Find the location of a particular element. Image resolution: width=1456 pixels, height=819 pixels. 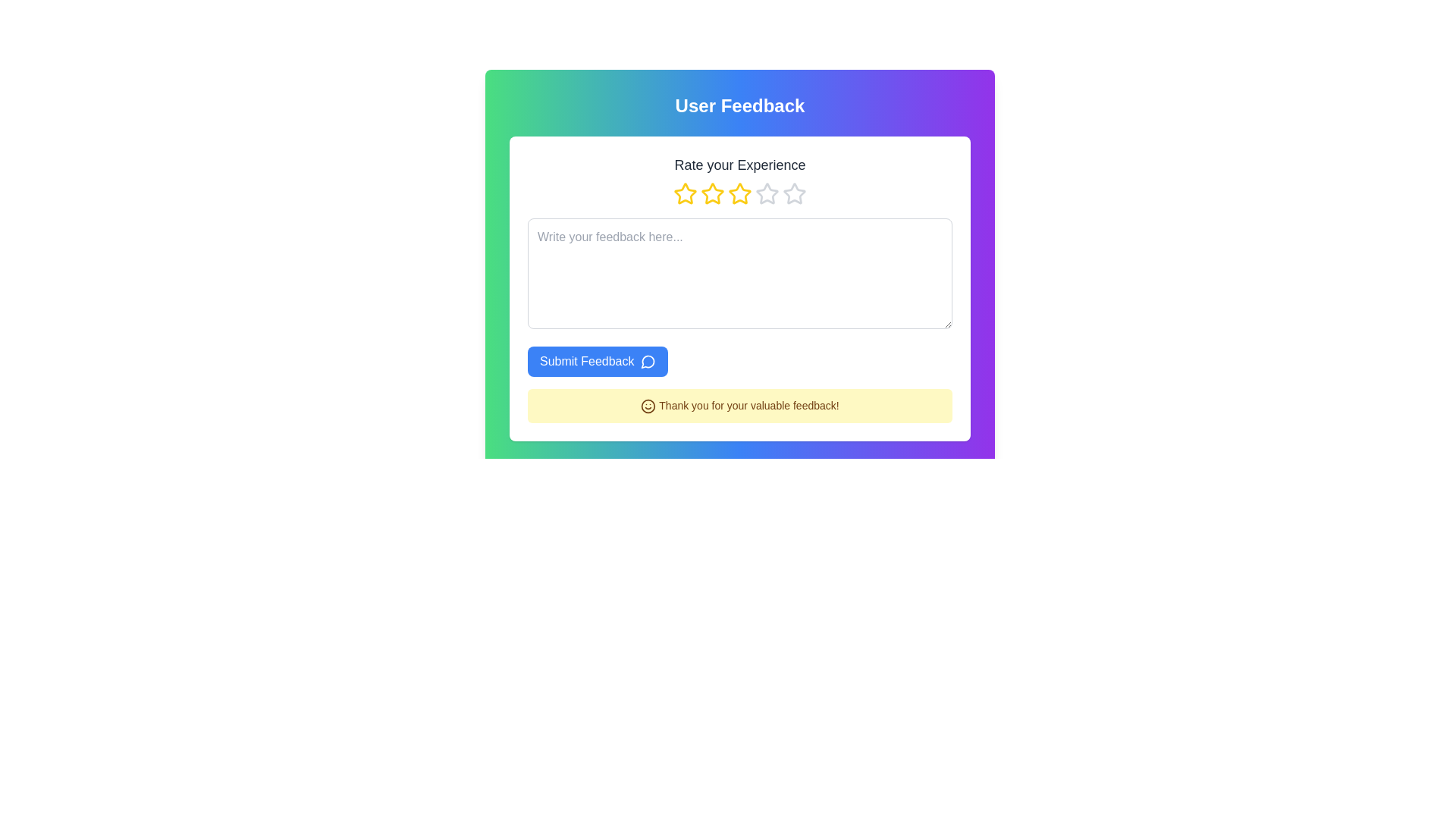

the fourth star icon in the row of rating stars, which is styled in gray and has a hollow center, in the 'Rate your Experience' section is located at coordinates (793, 193).